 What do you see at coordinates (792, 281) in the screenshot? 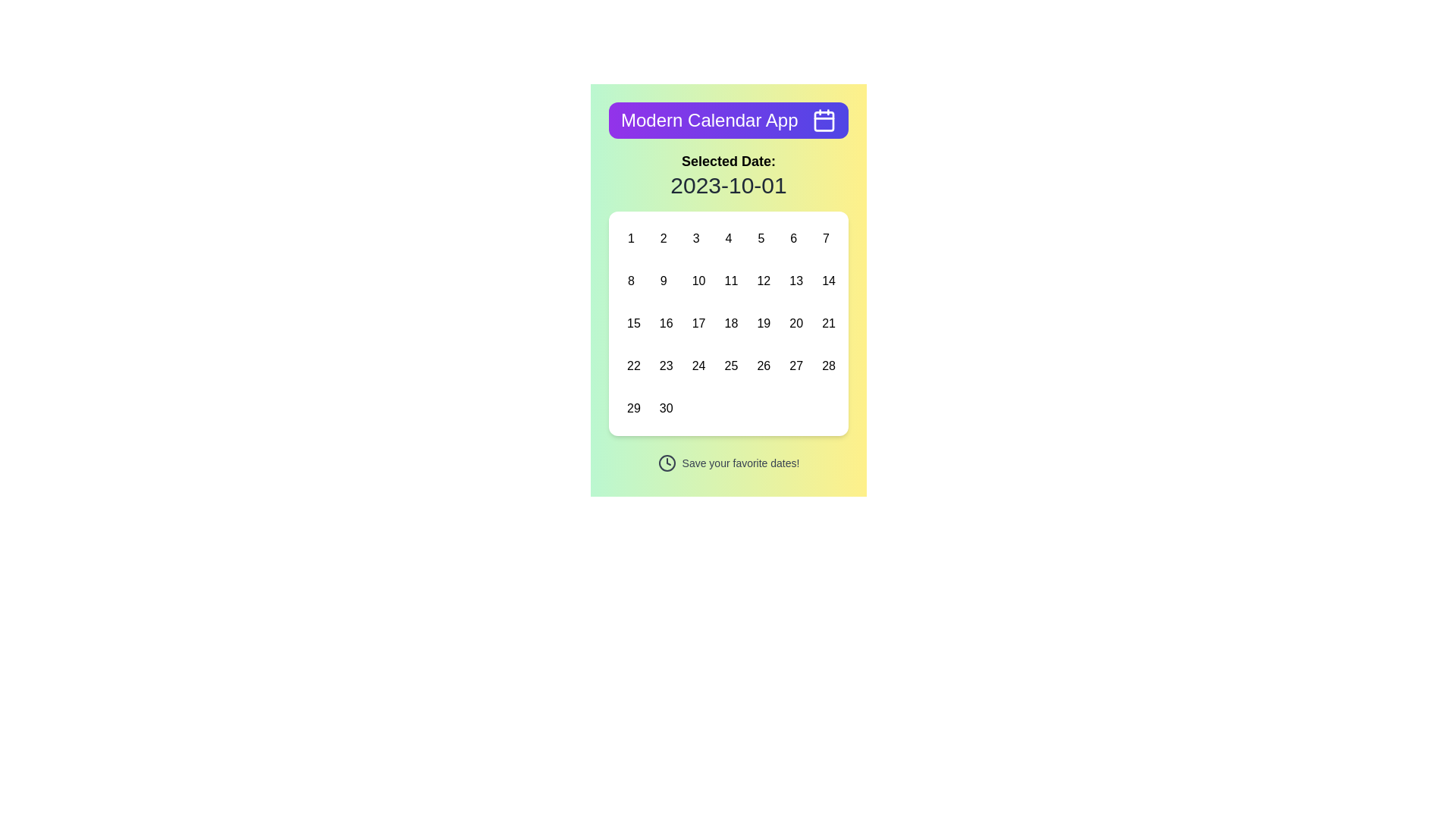
I see `the selectable date button '13' on the calendar interface` at bounding box center [792, 281].